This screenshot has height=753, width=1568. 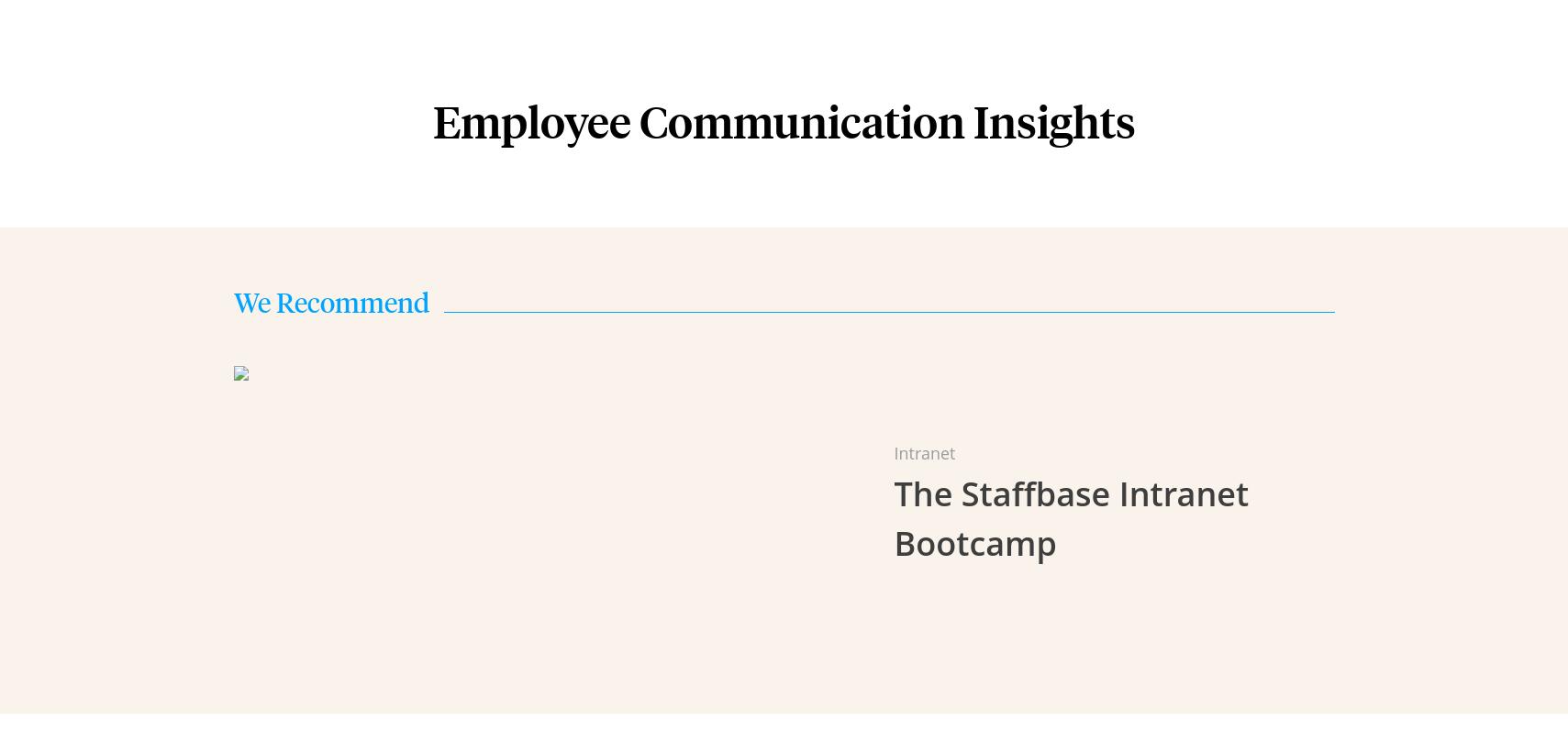 What do you see at coordinates (961, 131) in the screenshot?
I see `'Onboarding & Customer Service'` at bounding box center [961, 131].